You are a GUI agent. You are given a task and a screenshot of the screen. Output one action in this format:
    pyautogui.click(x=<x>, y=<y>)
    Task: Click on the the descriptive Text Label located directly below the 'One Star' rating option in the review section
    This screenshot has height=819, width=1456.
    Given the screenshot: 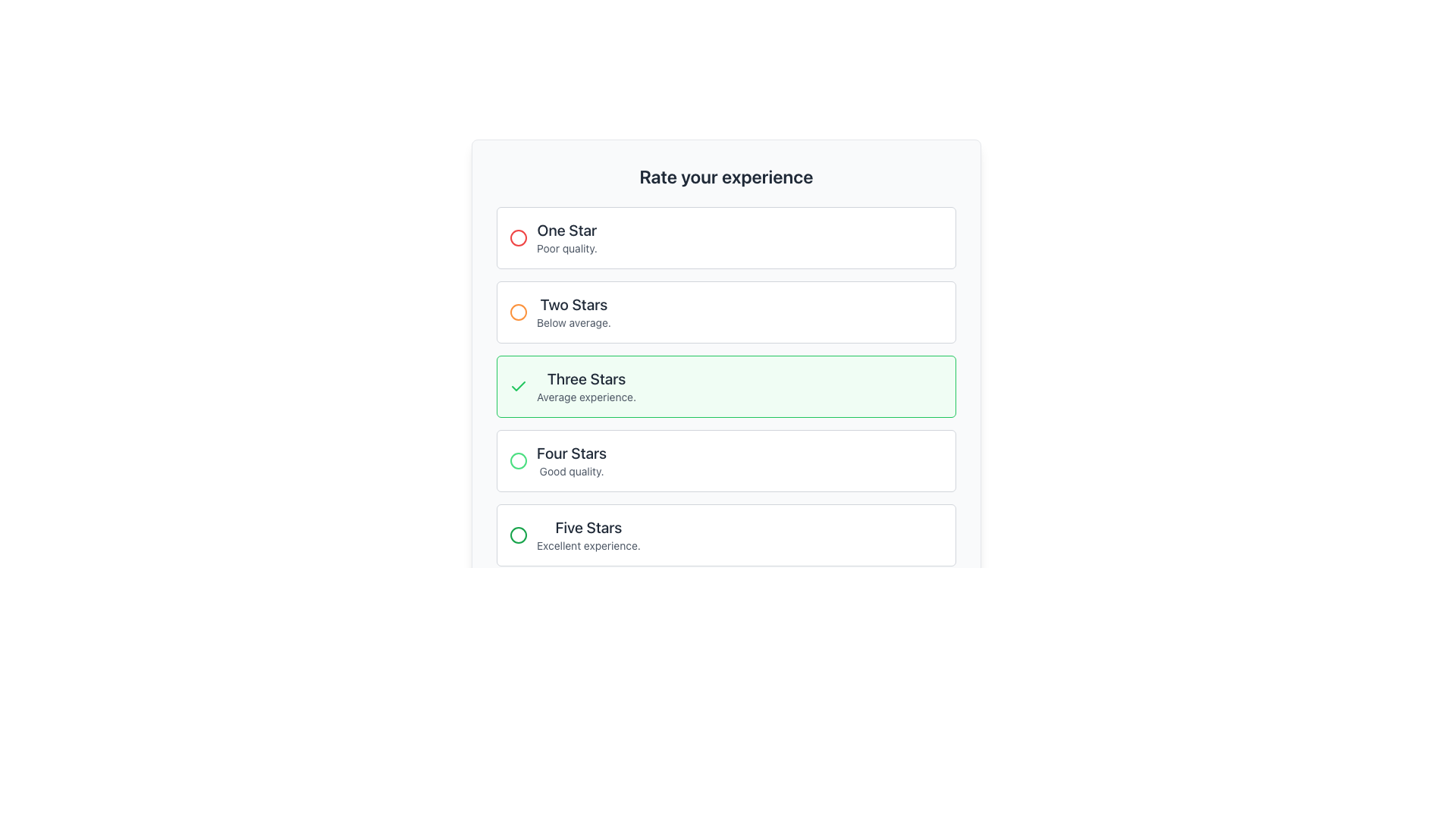 What is the action you would take?
    pyautogui.click(x=566, y=247)
    